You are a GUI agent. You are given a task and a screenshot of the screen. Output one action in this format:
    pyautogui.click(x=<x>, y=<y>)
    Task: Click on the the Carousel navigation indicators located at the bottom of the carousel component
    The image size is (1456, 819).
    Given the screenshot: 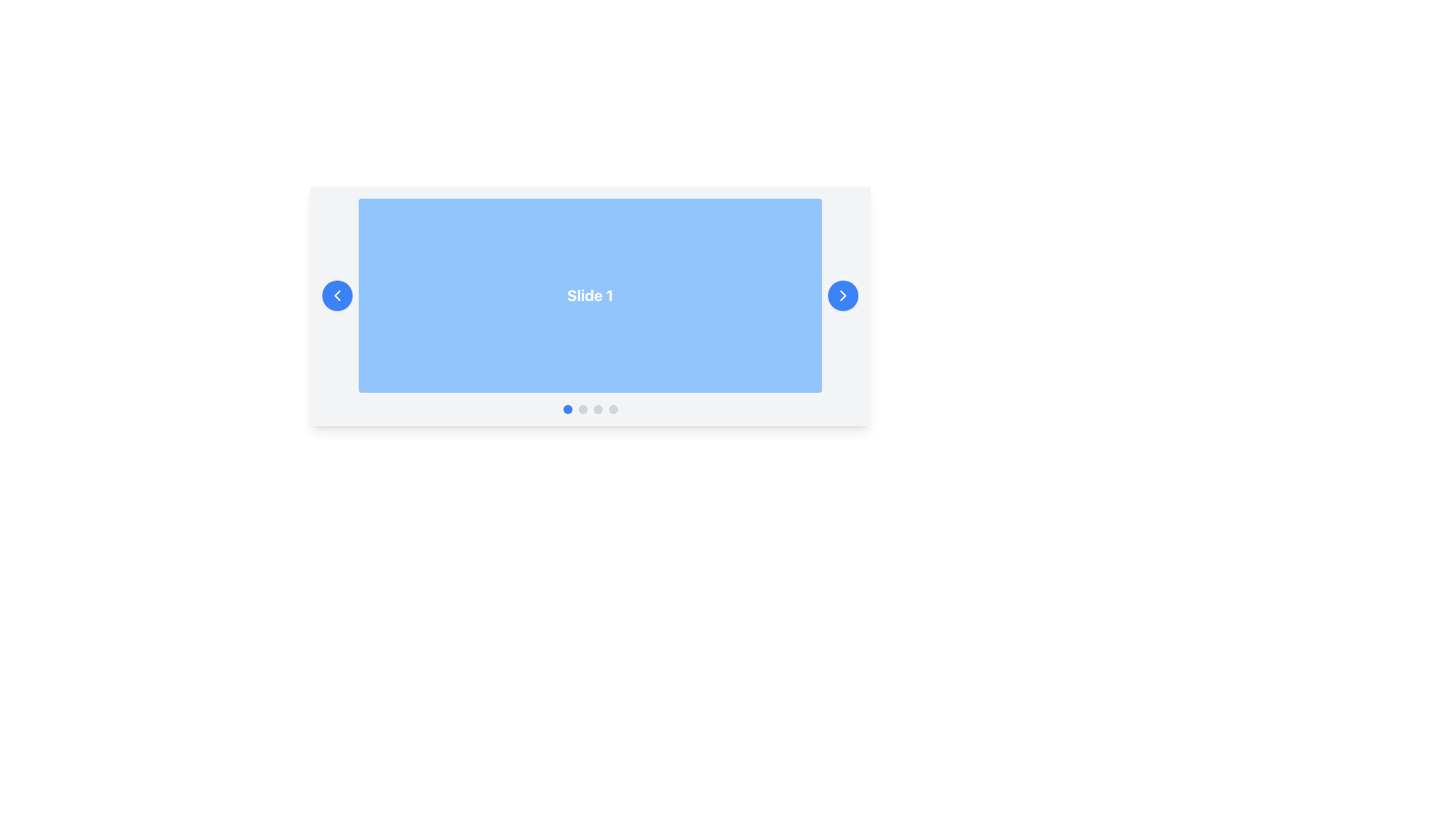 What is the action you would take?
    pyautogui.click(x=589, y=409)
    